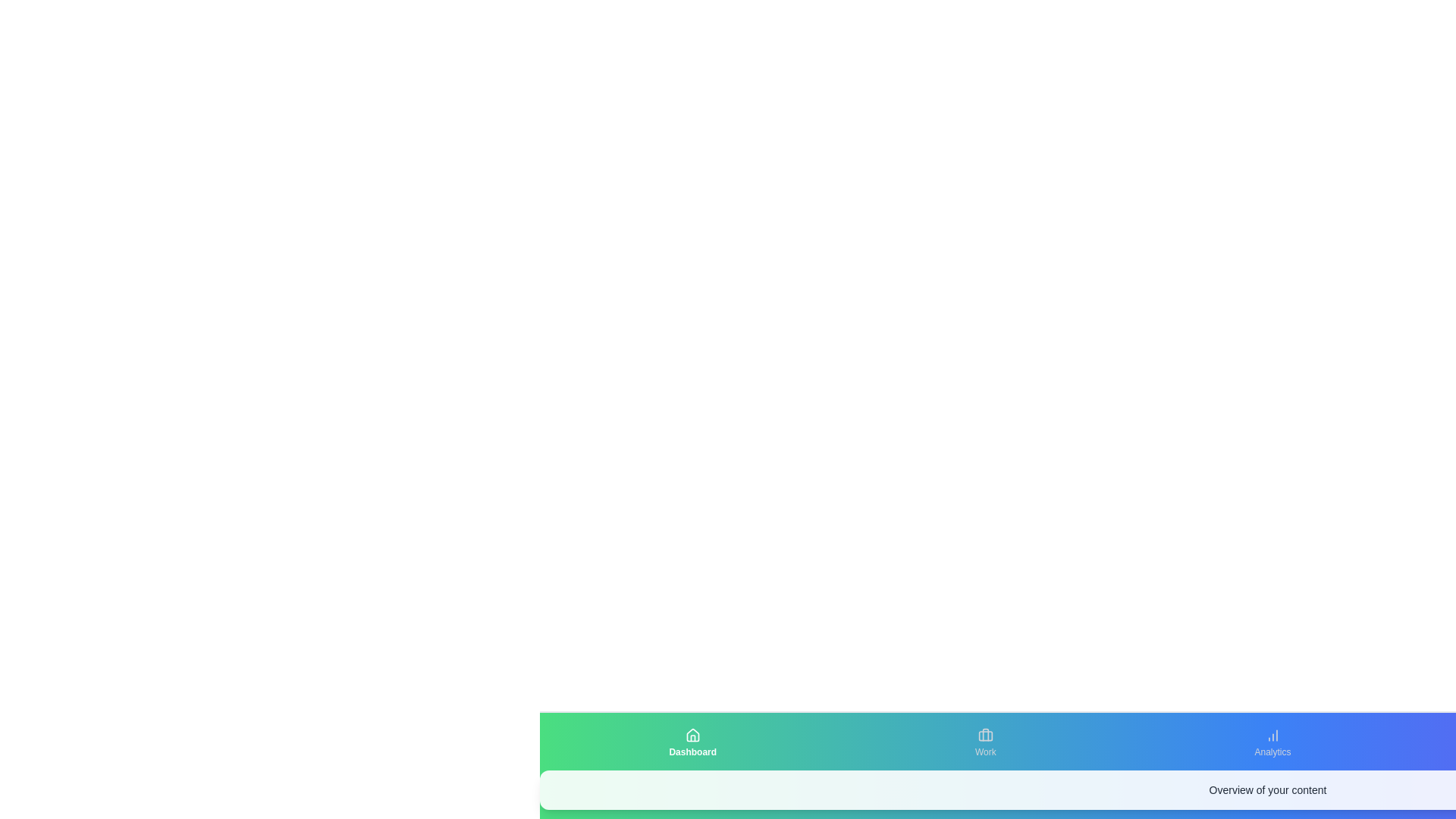 Image resolution: width=1456 pixels, height=819 pixels. What do you see at coordinates (692, 742) in the screenshot?
I see `the Dashboard tab to observe the animation effect` at bounding box center [692, 742].